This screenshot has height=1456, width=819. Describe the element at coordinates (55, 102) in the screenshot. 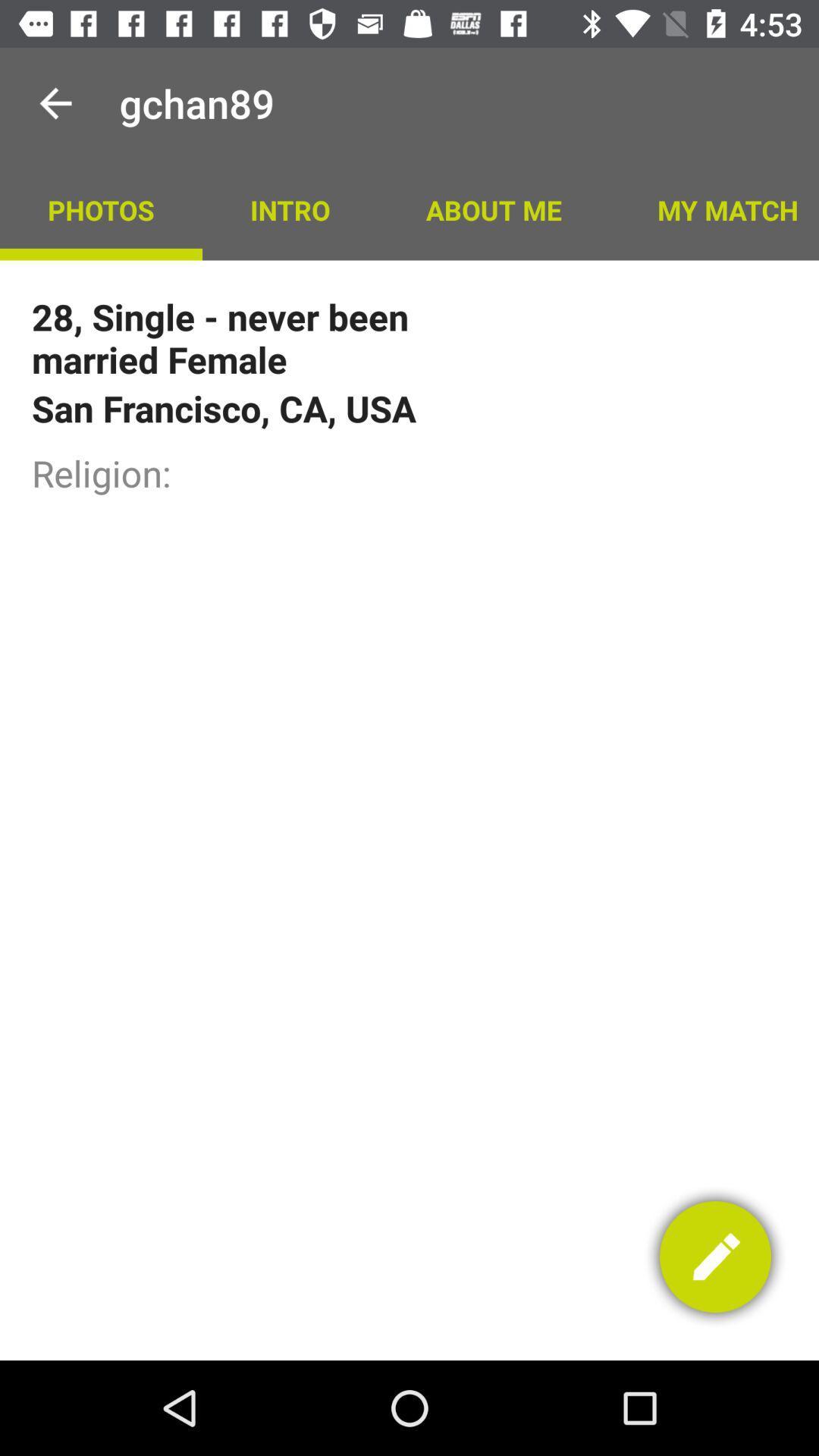

I see `the app to the left of gchan89` at that location.